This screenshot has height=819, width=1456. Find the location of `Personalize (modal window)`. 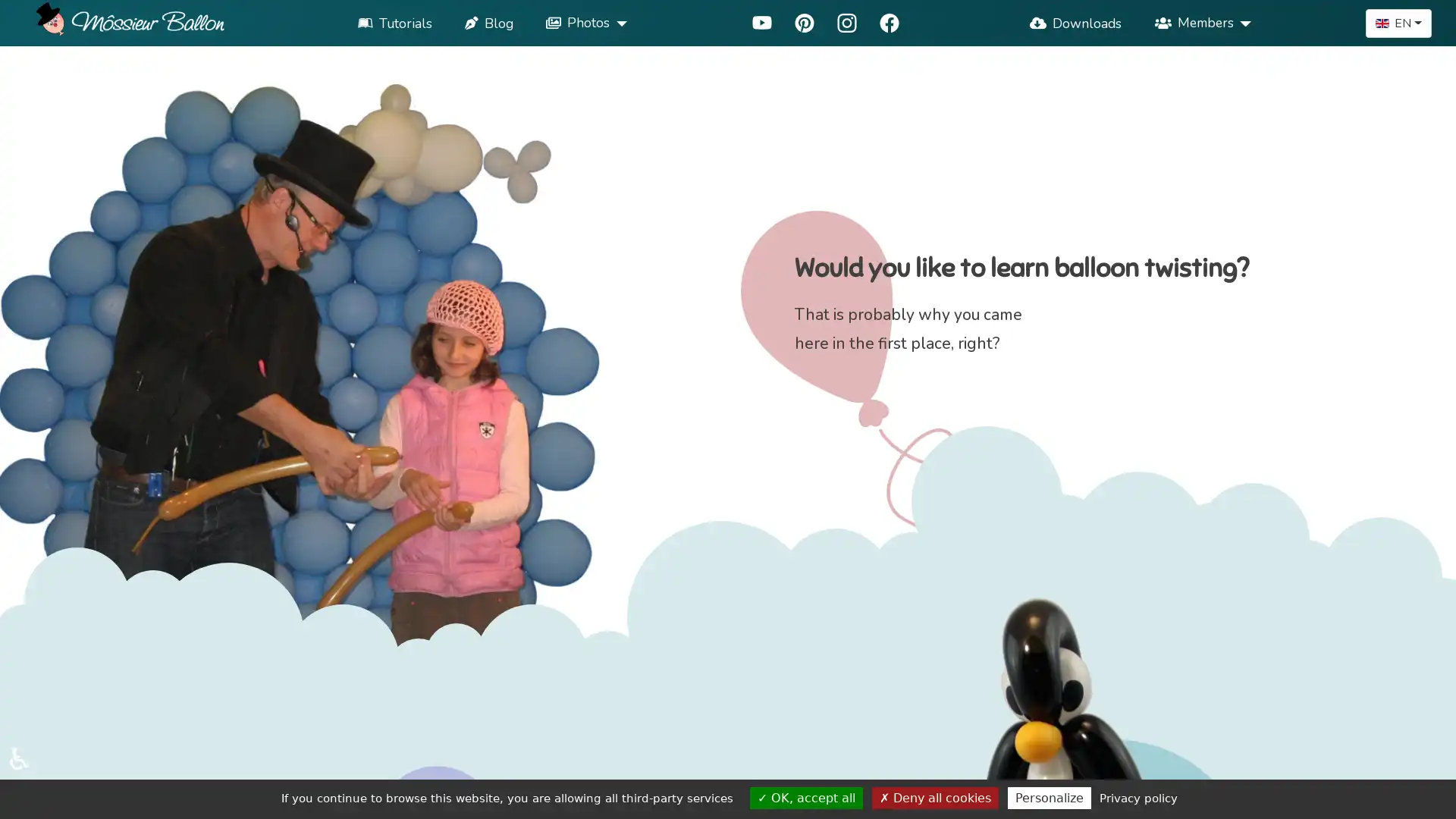

Personalize (modal window) is located at coordinates (1048, 797).